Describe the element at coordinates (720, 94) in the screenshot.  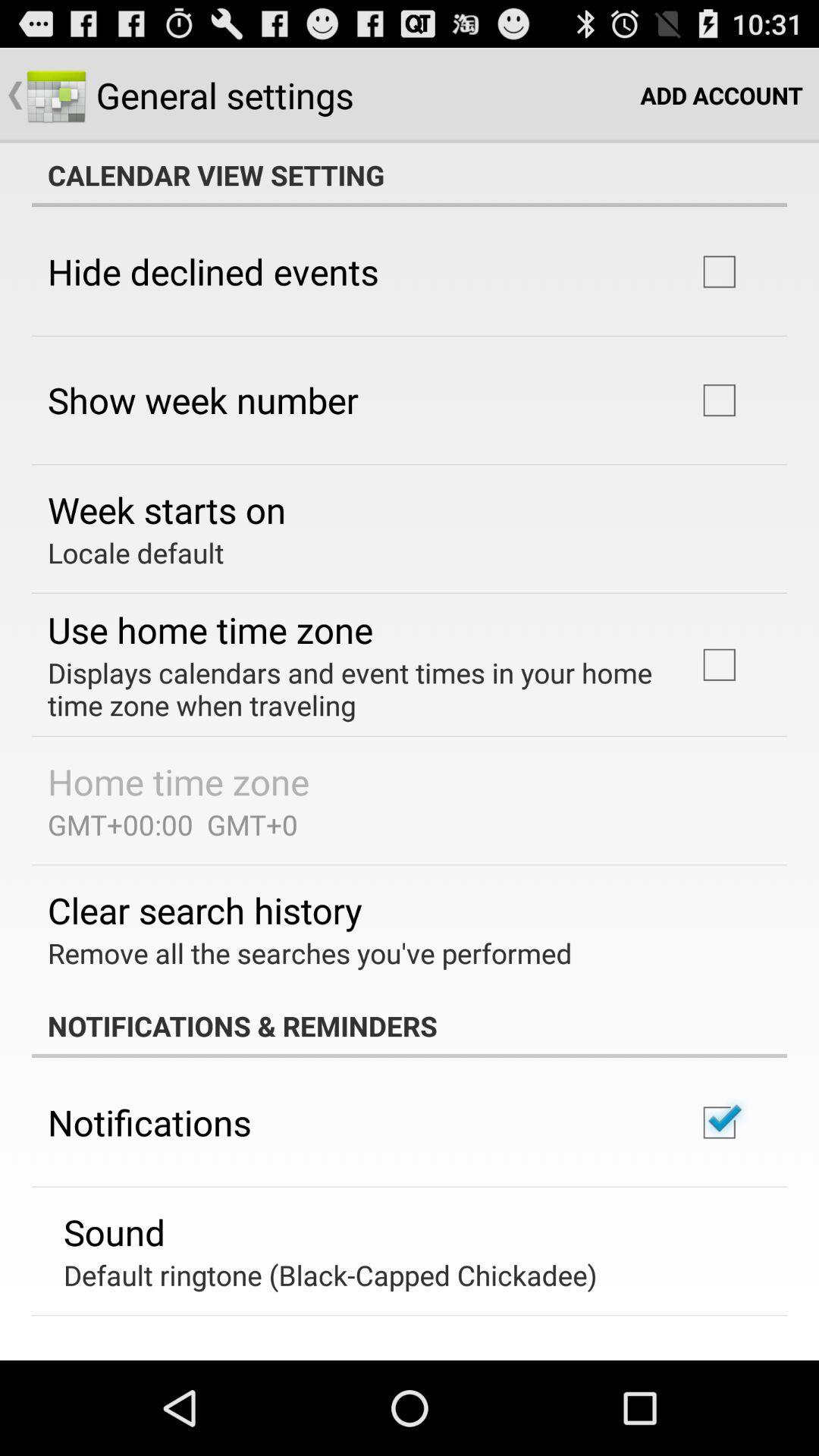
I see `the icon above the calendar view setting icon` at that location.